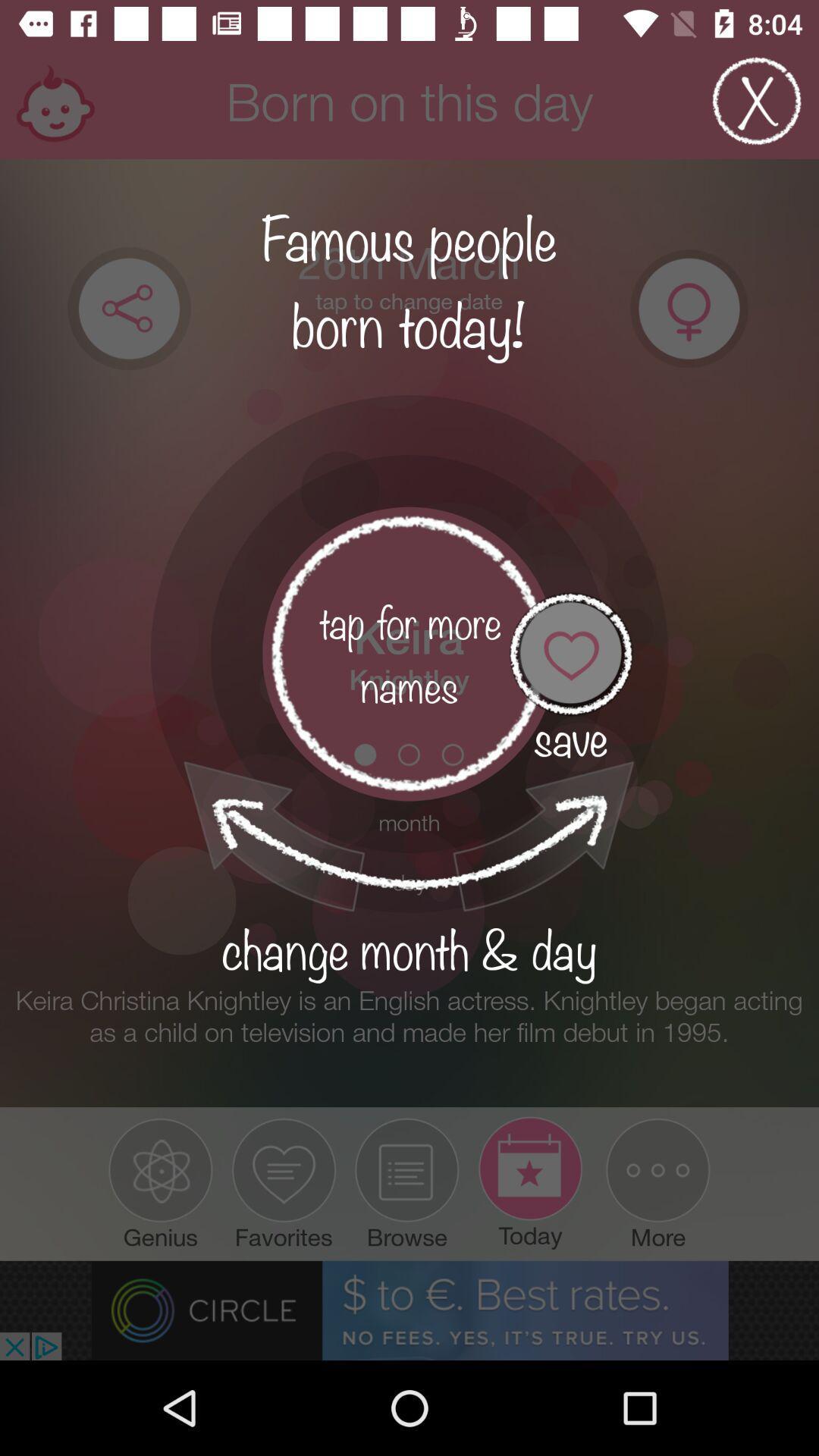 This screenshot has width=819, height=1456. Describe the element at coordinates (757, 100) in the screenshot. I see `exit` at that location.